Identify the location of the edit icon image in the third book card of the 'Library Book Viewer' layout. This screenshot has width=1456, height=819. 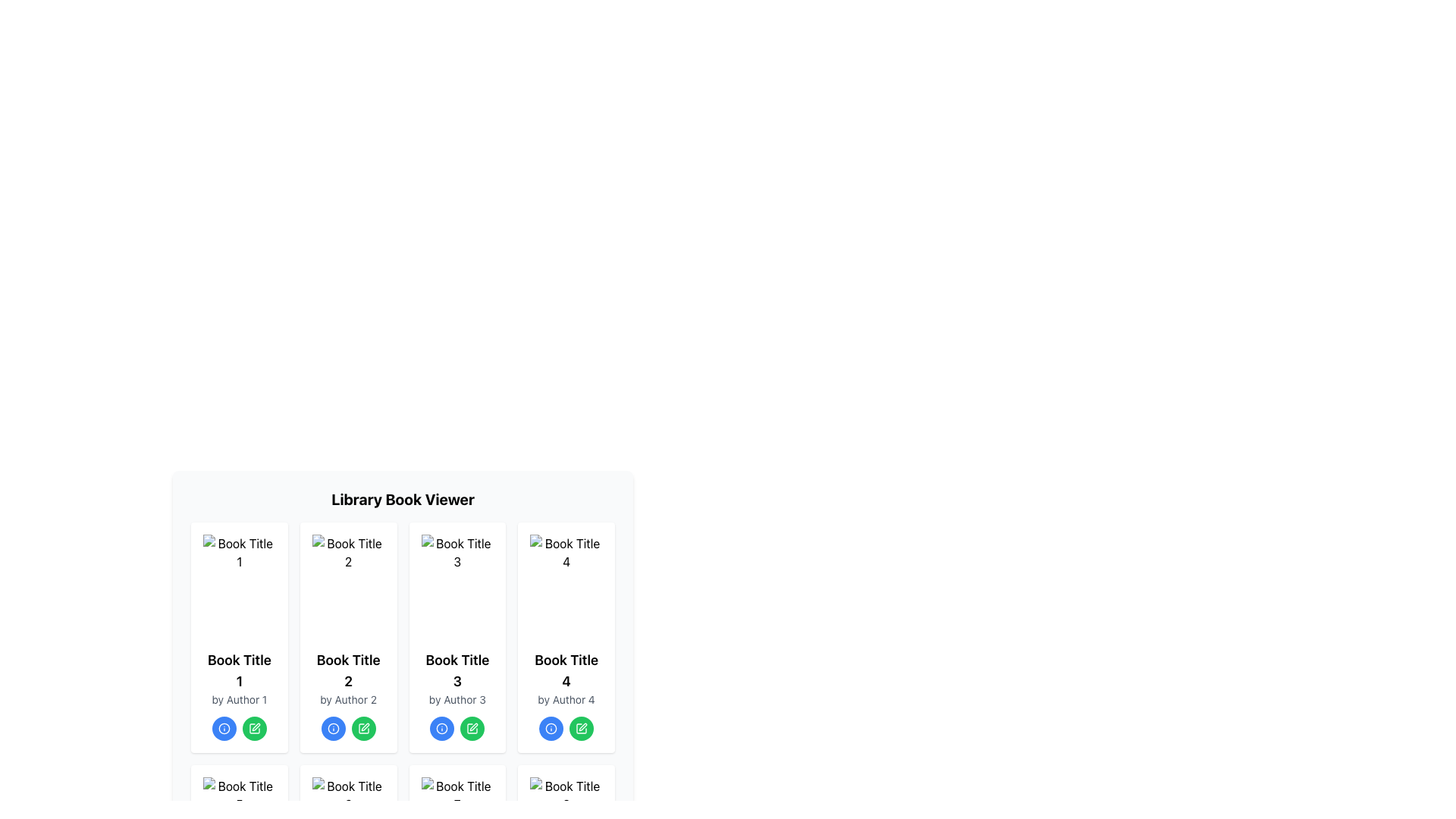
(362, 727).